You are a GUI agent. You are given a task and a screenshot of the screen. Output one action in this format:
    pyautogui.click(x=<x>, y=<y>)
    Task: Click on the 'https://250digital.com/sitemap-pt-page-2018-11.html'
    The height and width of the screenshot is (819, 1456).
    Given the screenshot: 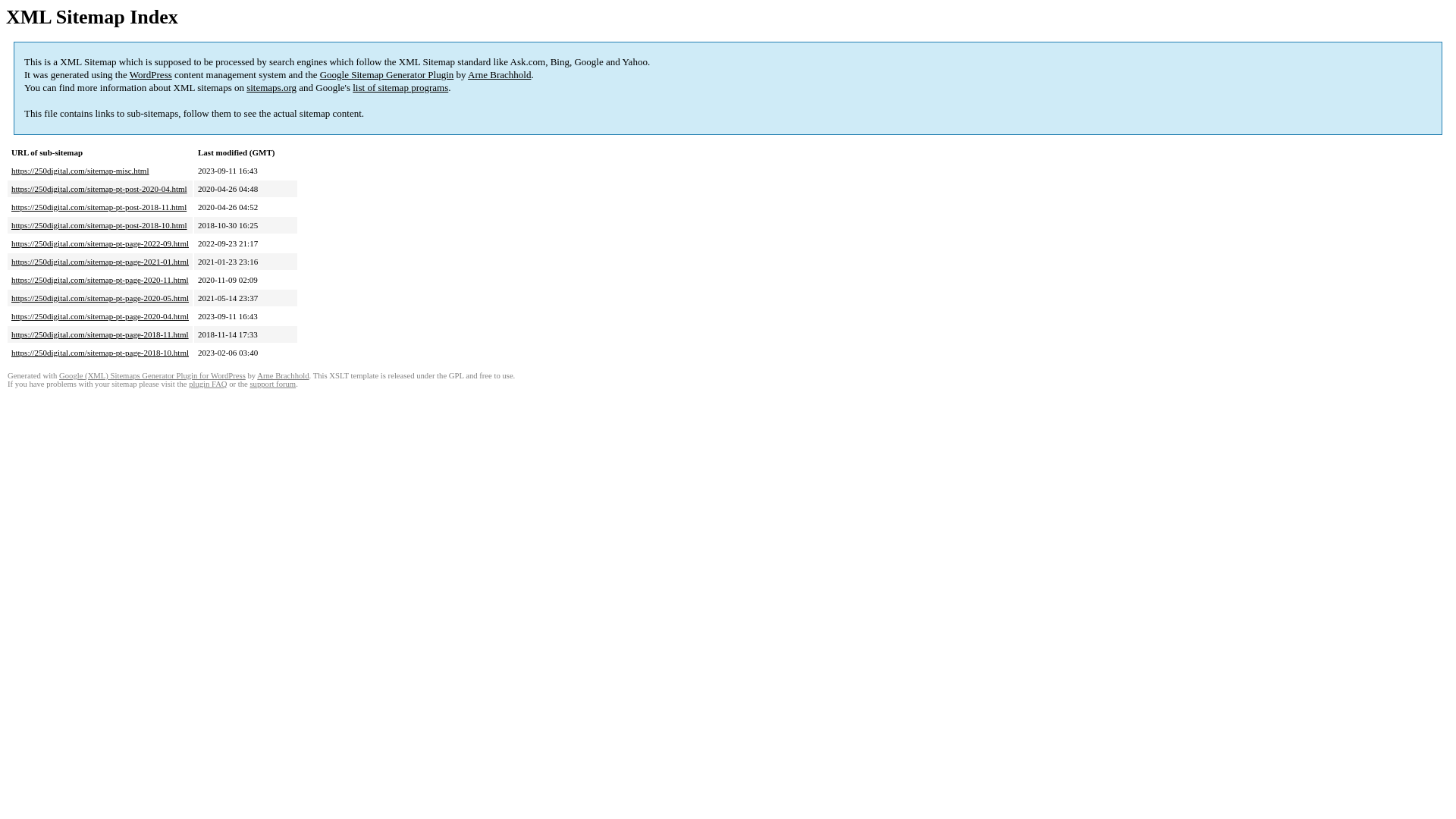 What is the action you would take?
    pyautogui.click(x=11, y=333)
    